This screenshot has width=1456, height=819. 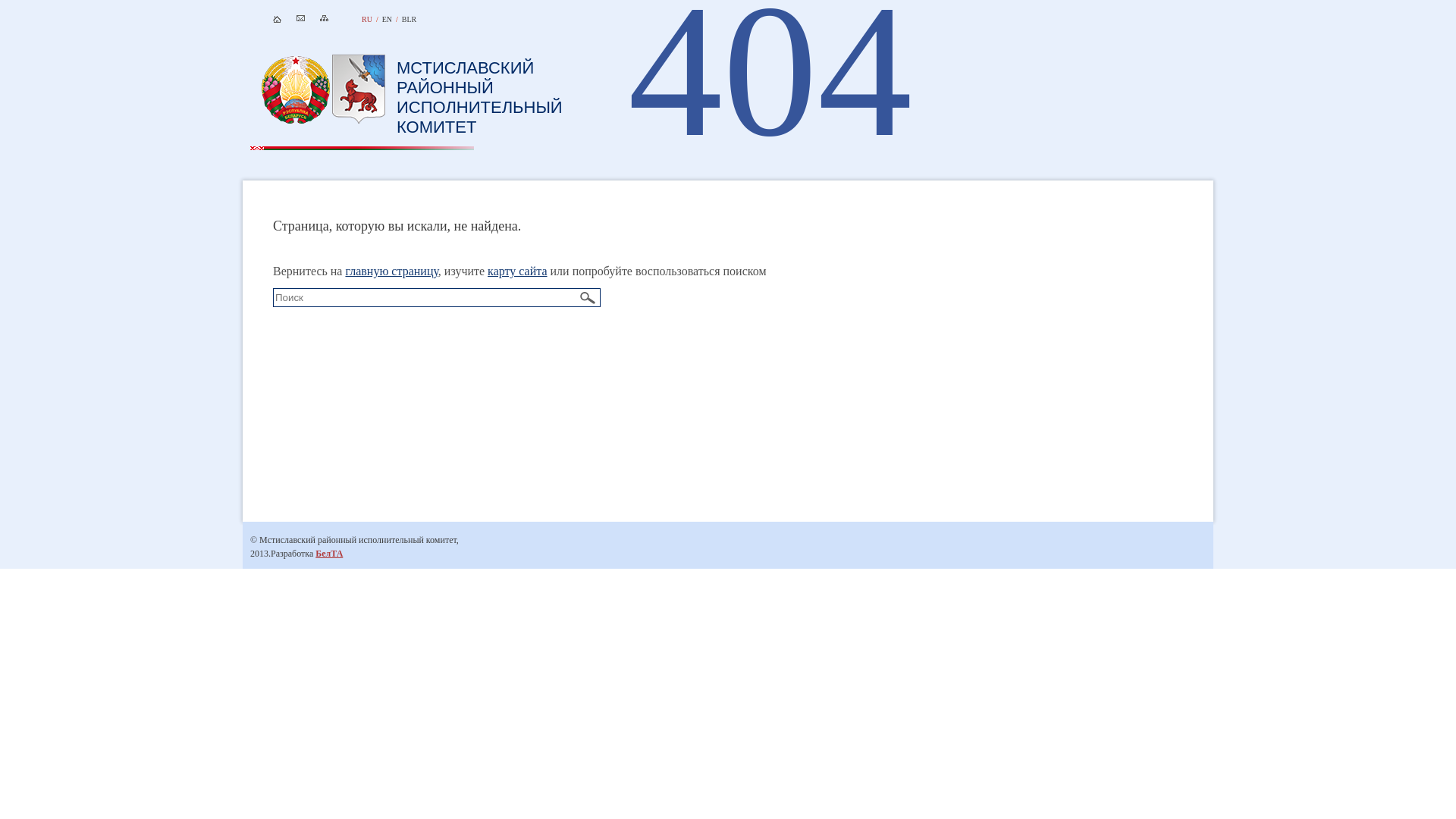 What do you see at coordinates (401, 19) in the screenshot?
I see `'BLR'` at bounding box center [401, 19].